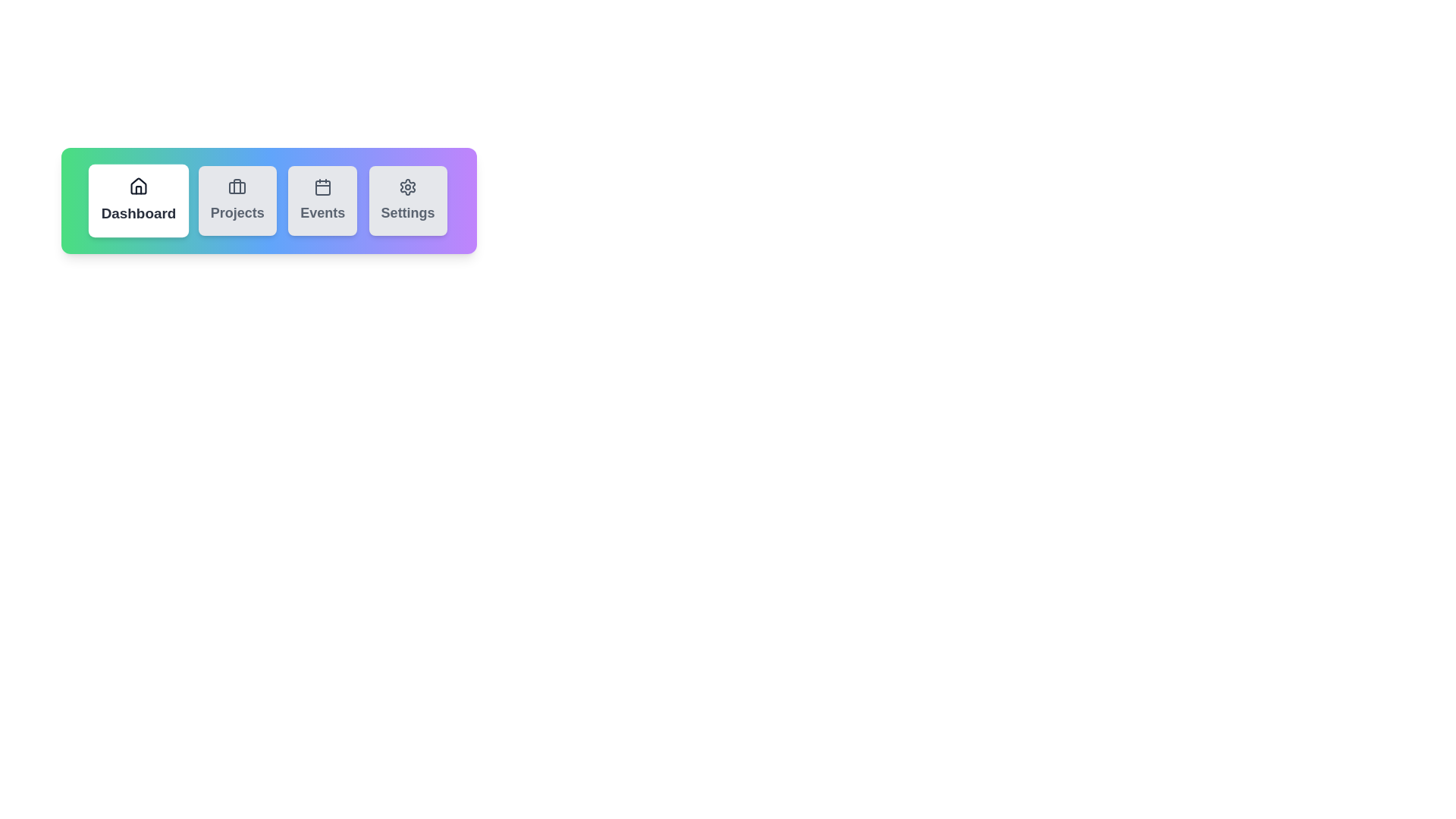 This screenshot has height=819, width=1456. I want to click on the Dashboard tab to preview its hover effect, so click(138, 200).